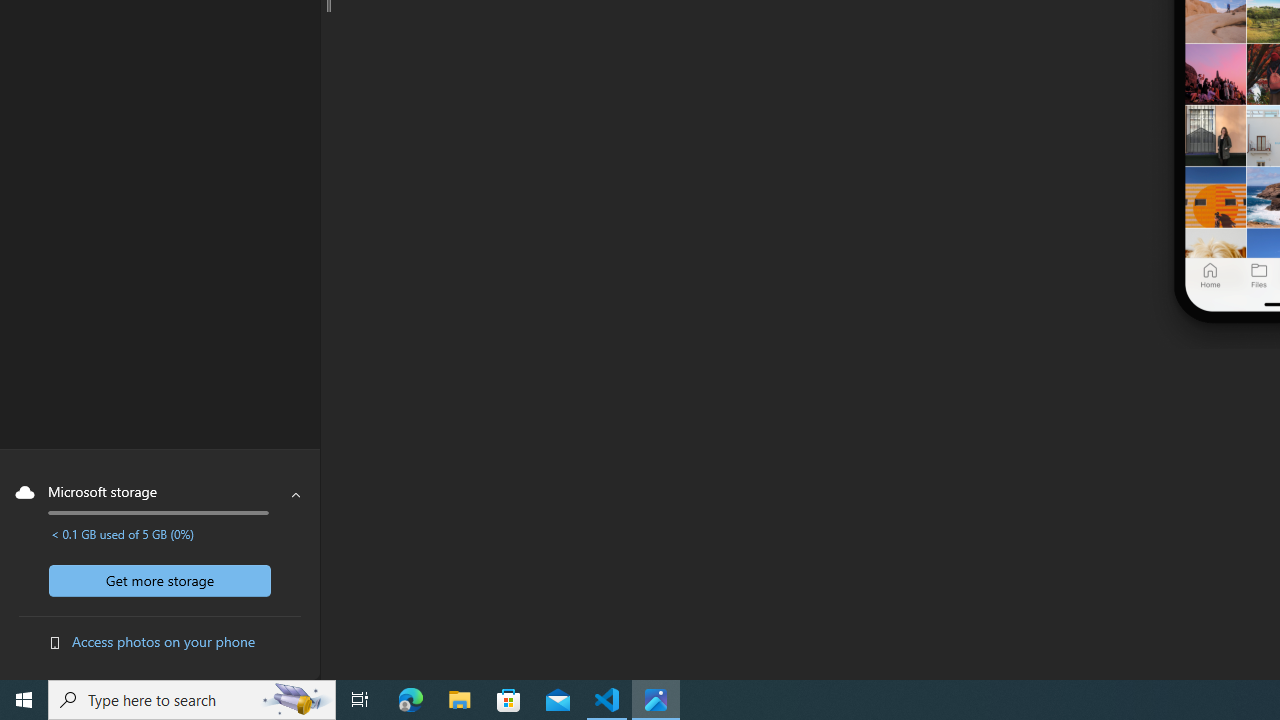 The image size is (1280, 720). Describe the element at coordinates (24, 698) in the screenshot. I see `'Start'` at that location.